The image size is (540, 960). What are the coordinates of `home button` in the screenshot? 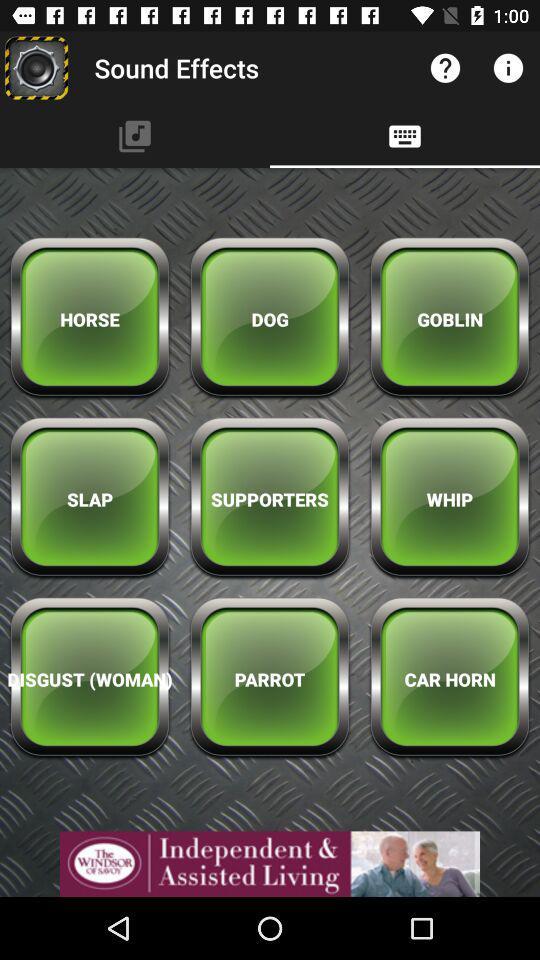 It's located at (36, 68).